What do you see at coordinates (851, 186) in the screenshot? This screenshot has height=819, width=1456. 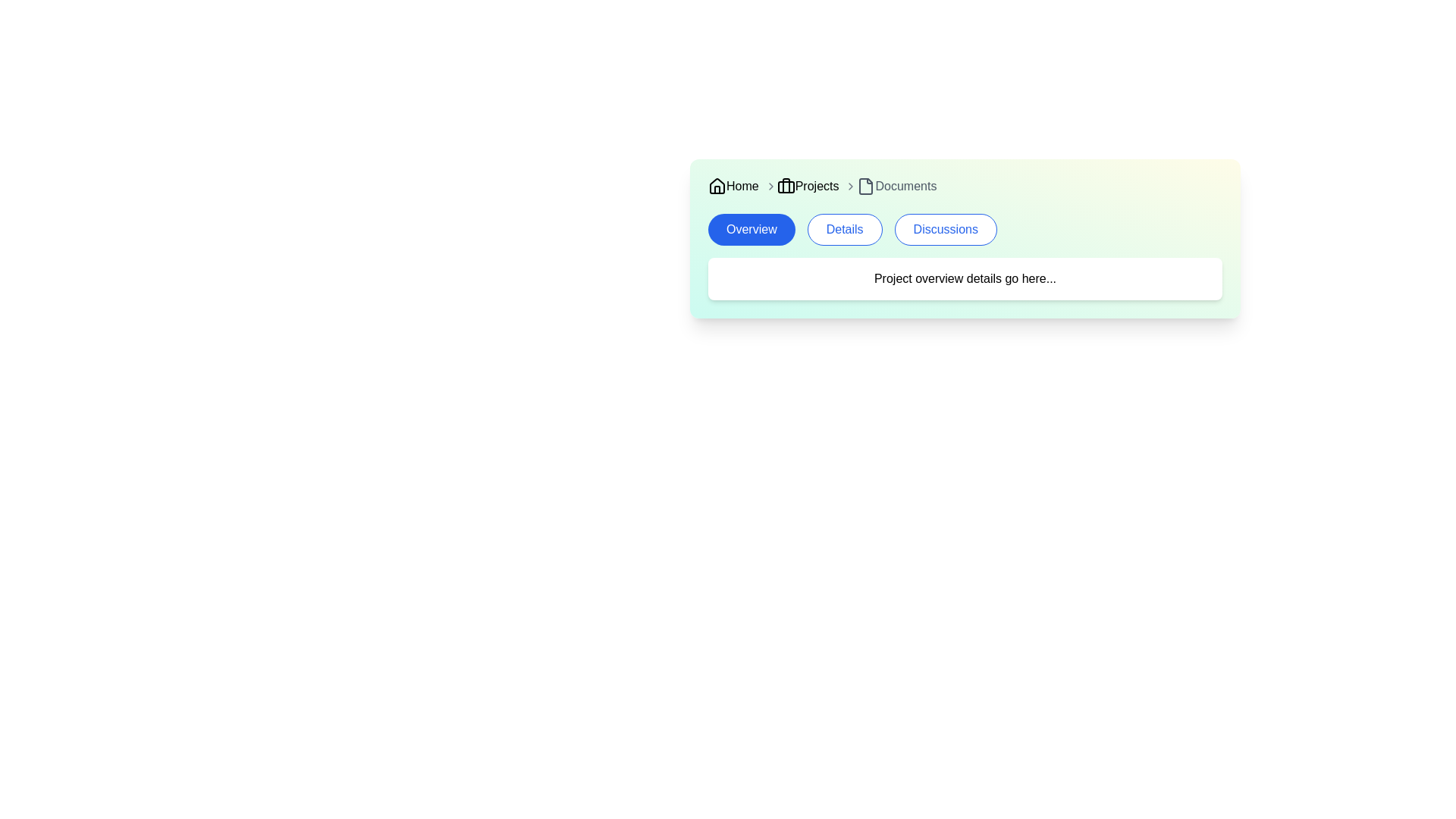 I see `the Rightward-Pointing Chevron Separator Icon located between the 'Projects' and 'Documents' labels in the breadcrumb navigation bar` at bounding box center [851, 186].